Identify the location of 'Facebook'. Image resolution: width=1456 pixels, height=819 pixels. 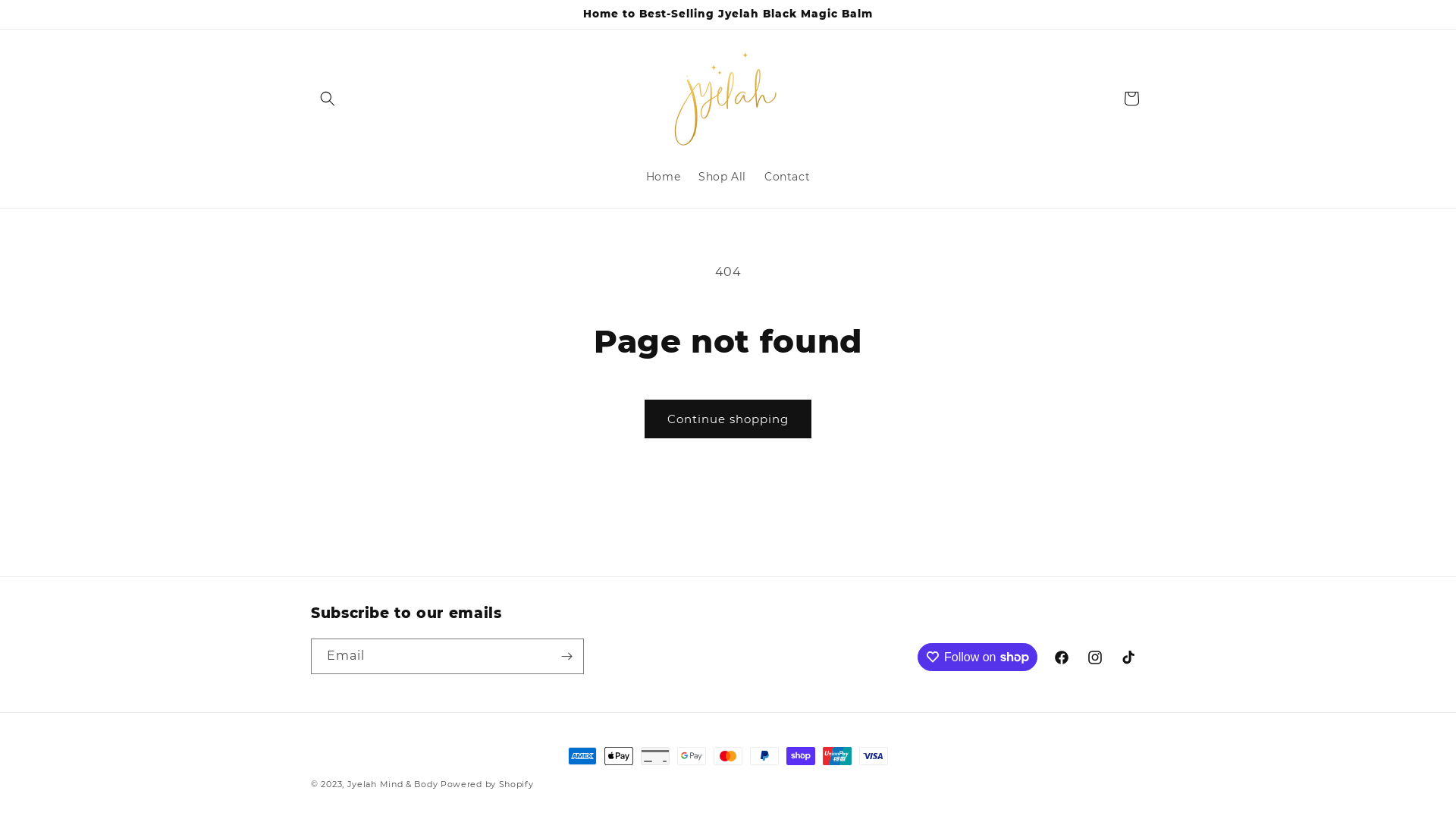
(1043, 657).